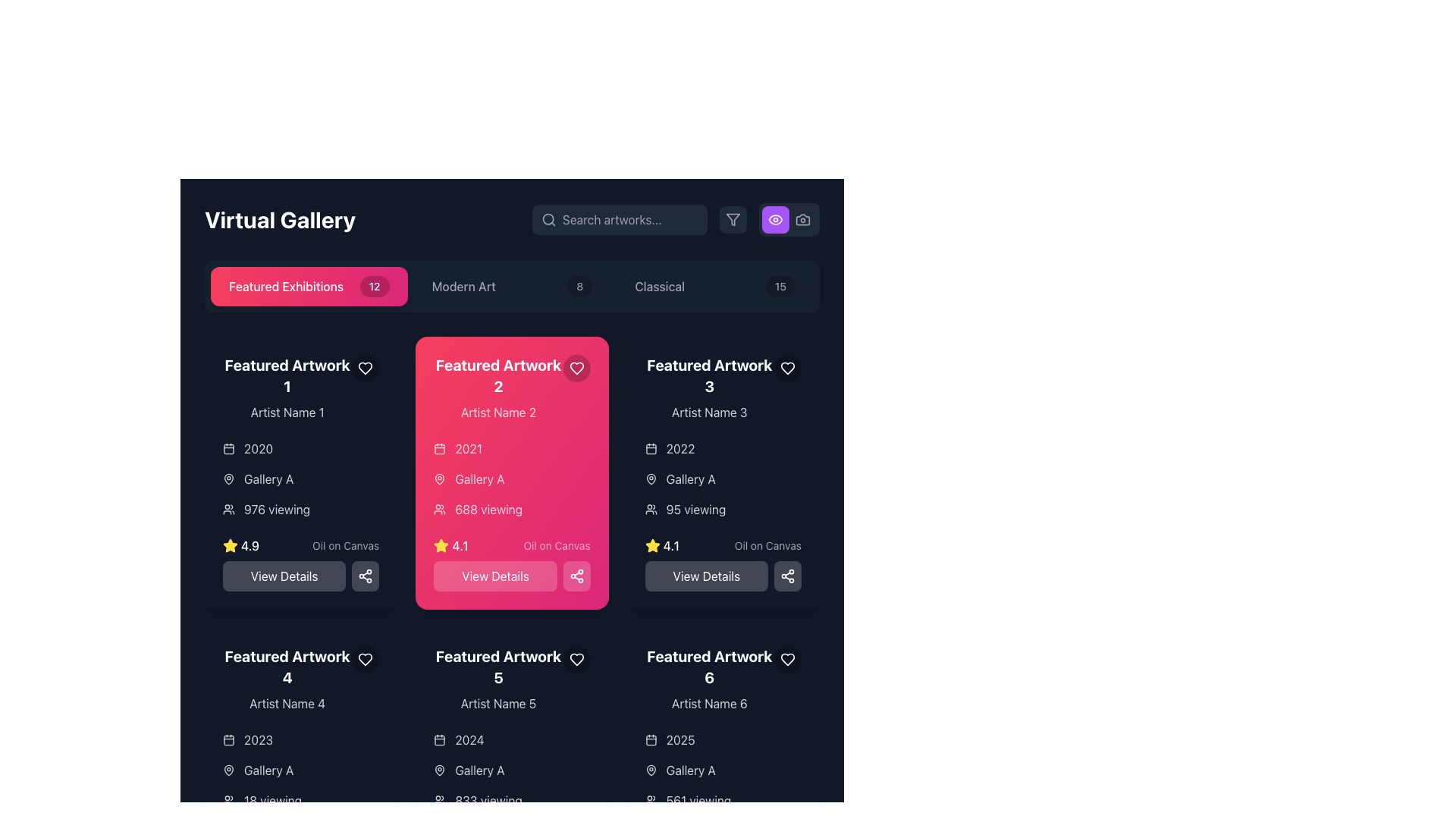  Describe the element at coordinates (679, 739) in the screenshot. I see `the text label displaying '2025', which is located within the 'Featured Artwork 6' card, positioned below the artwork's title and above the gallery location, following a calendar icon` at that location.